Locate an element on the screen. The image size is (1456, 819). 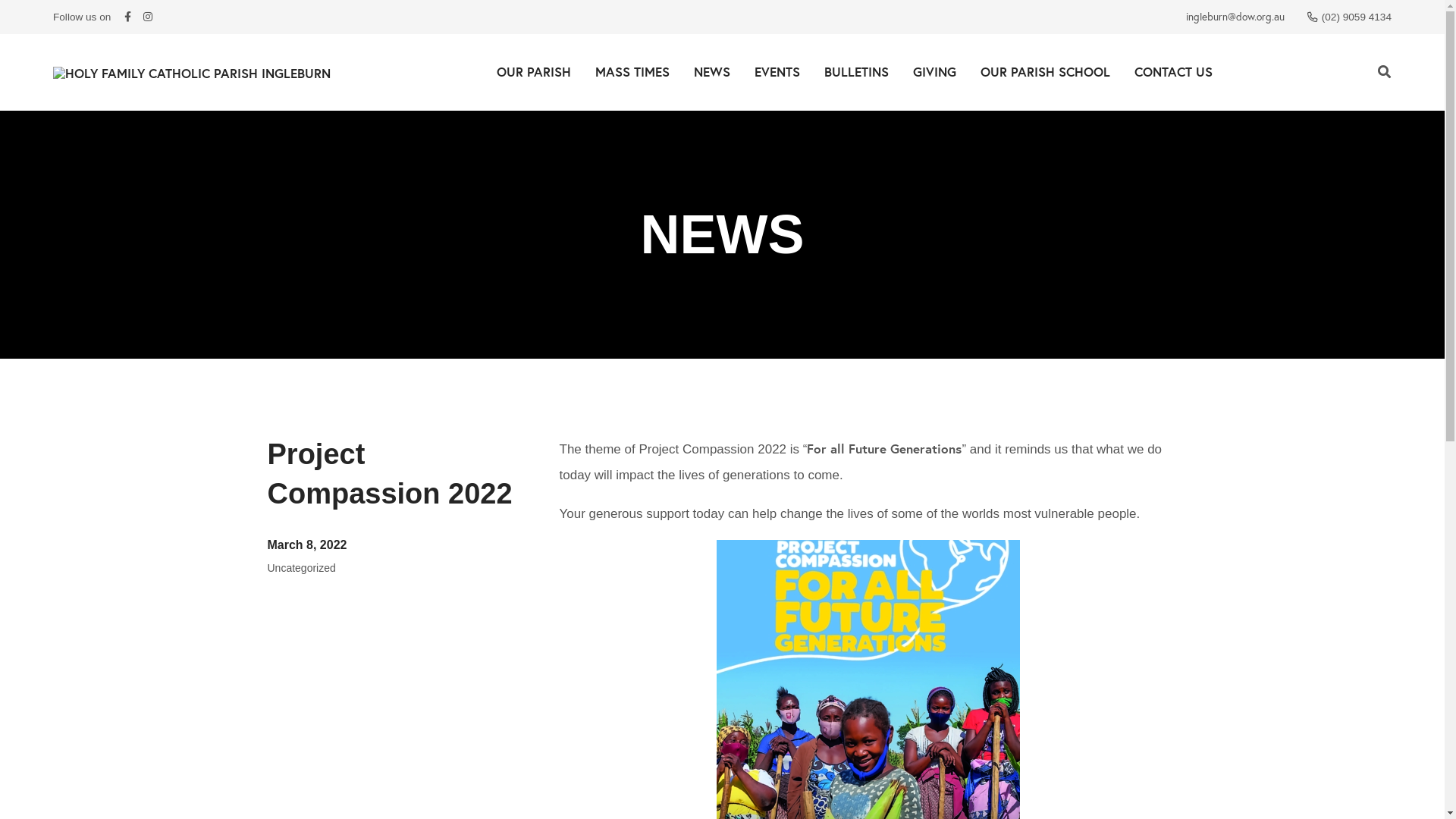
'BULLETINS' is located at coordinates (811, 71).